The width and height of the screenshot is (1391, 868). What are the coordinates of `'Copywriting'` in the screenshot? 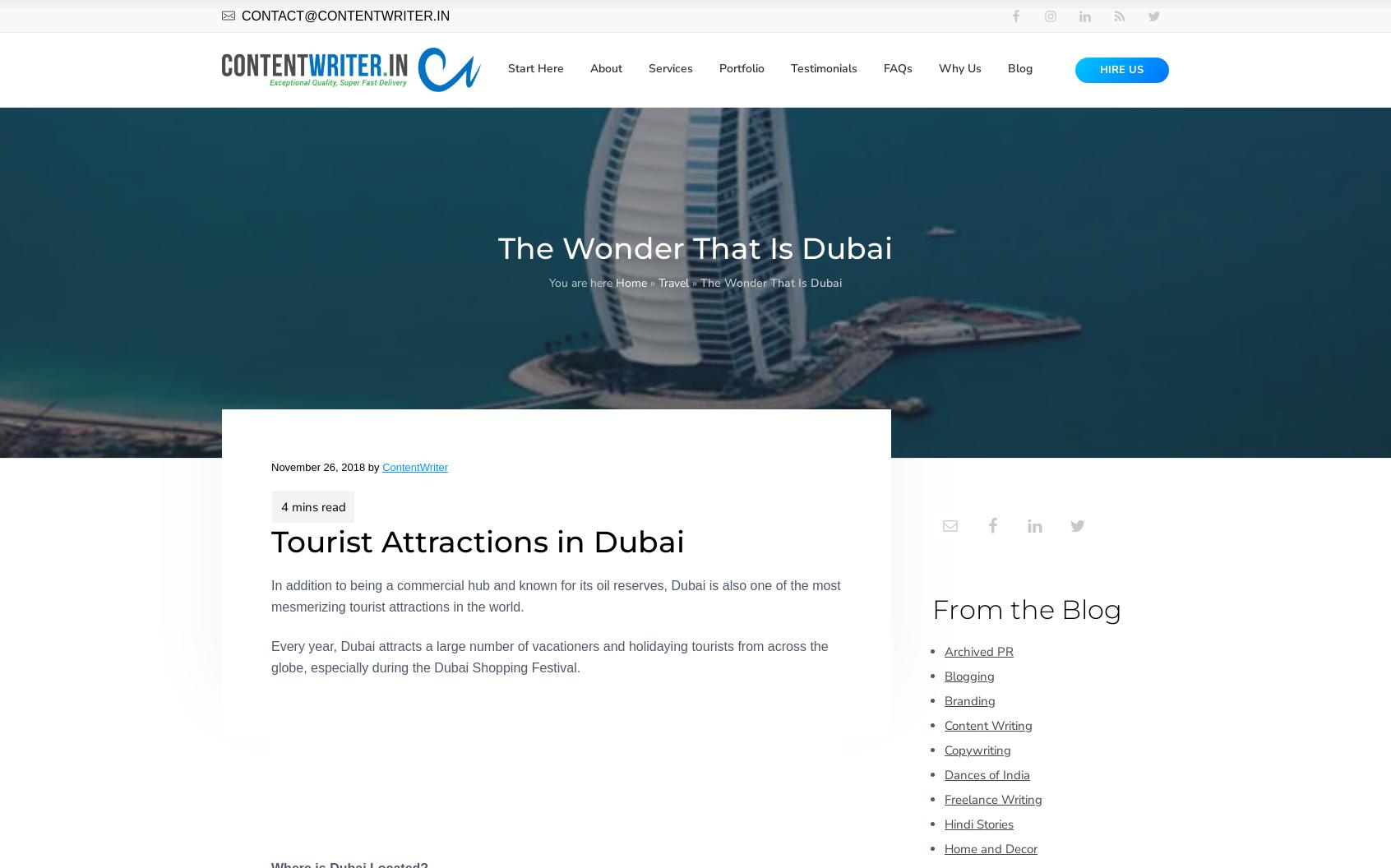 It's located at (977, 748).